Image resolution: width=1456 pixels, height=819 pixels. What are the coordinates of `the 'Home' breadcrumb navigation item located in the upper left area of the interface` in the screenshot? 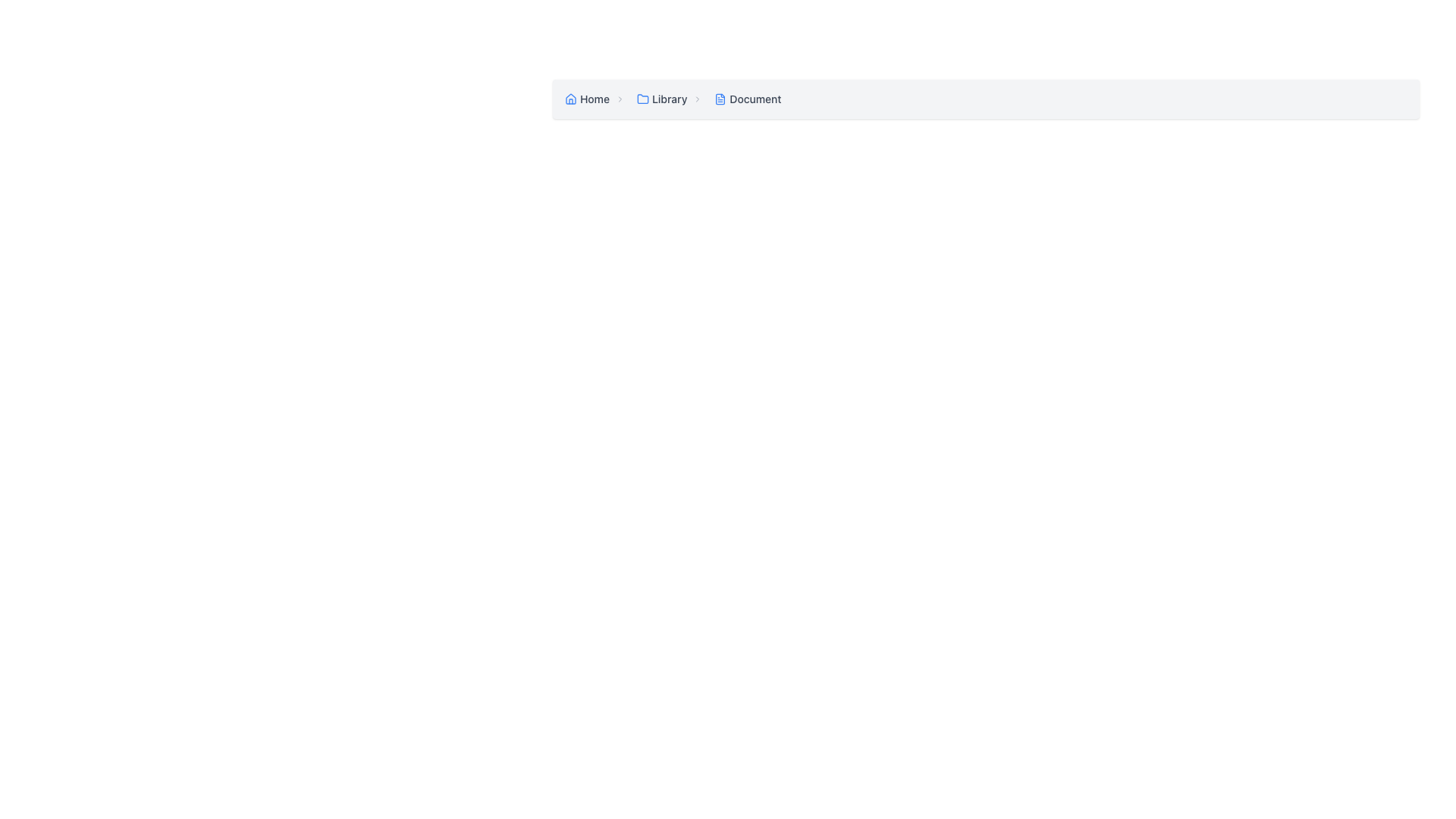 It's located at (597, 99).